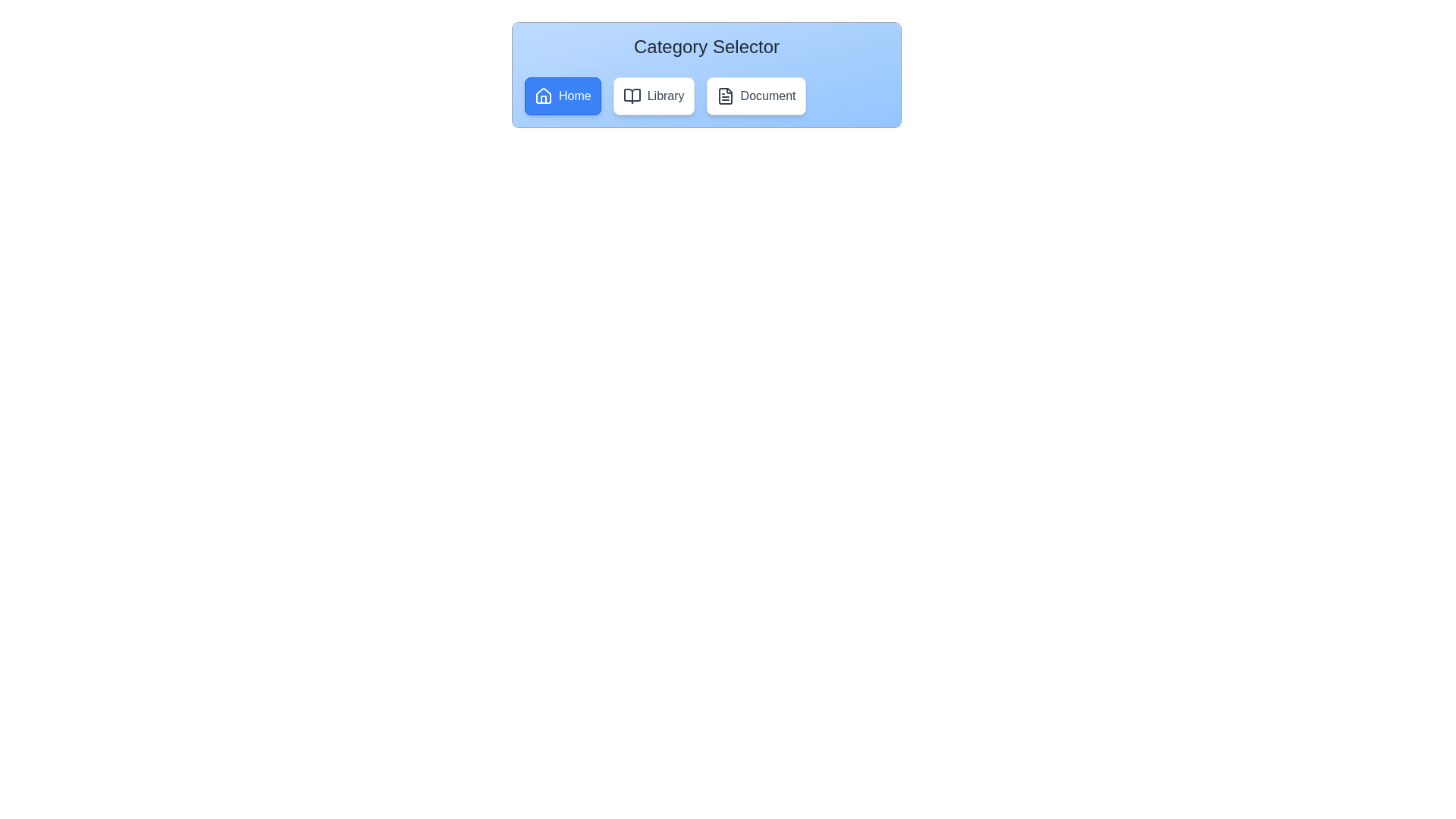 This screenshot has height=819, width=1456. I want to click on the category Home from the available options, so click(562, 96).